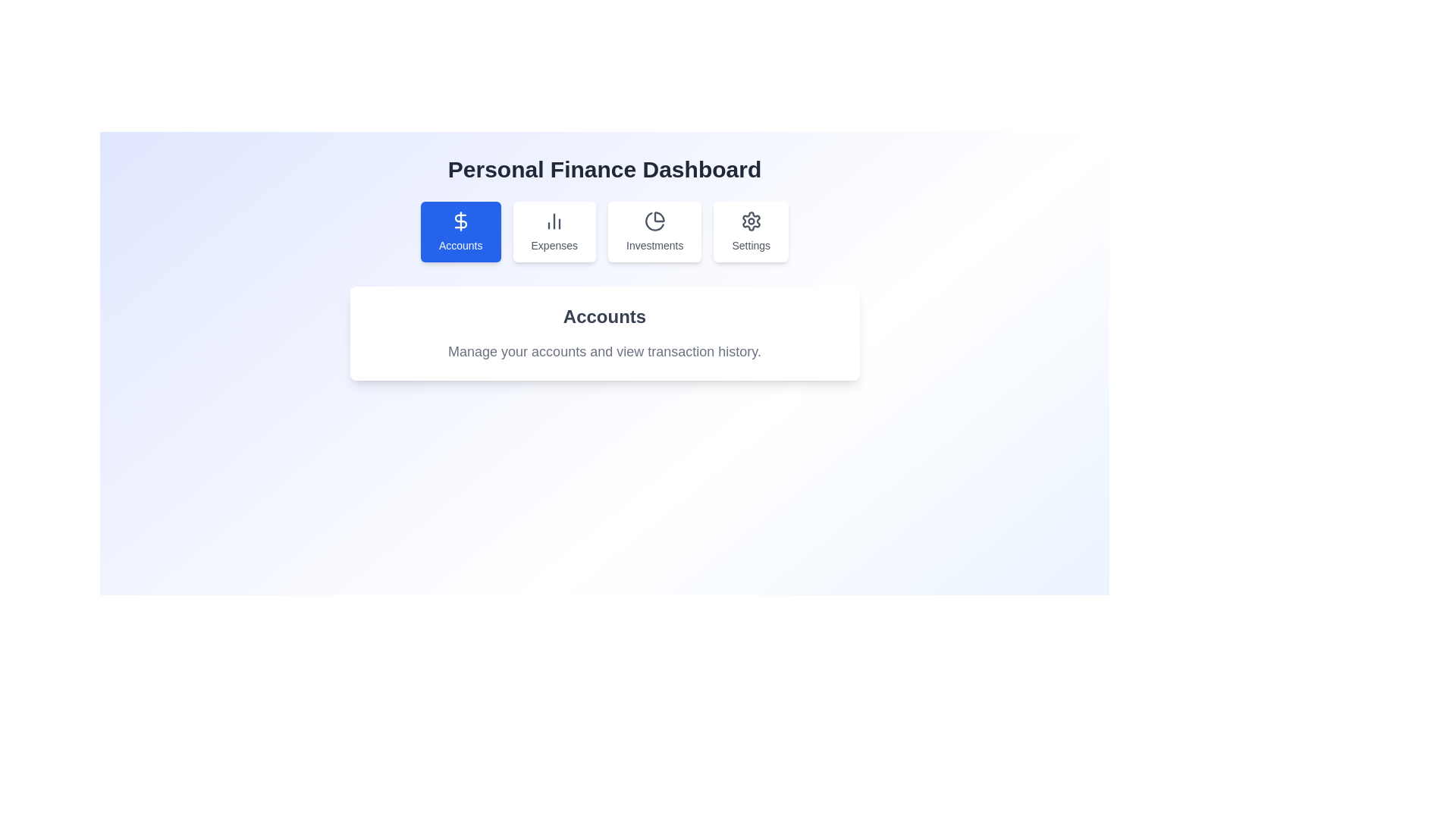 This screenshot has width=1456, height=819. I want to click on the 'Investments' text label that indicates the category section of the dashboard, located below the pie chart icon in the third card of a horizontal row, so click(654, 245).